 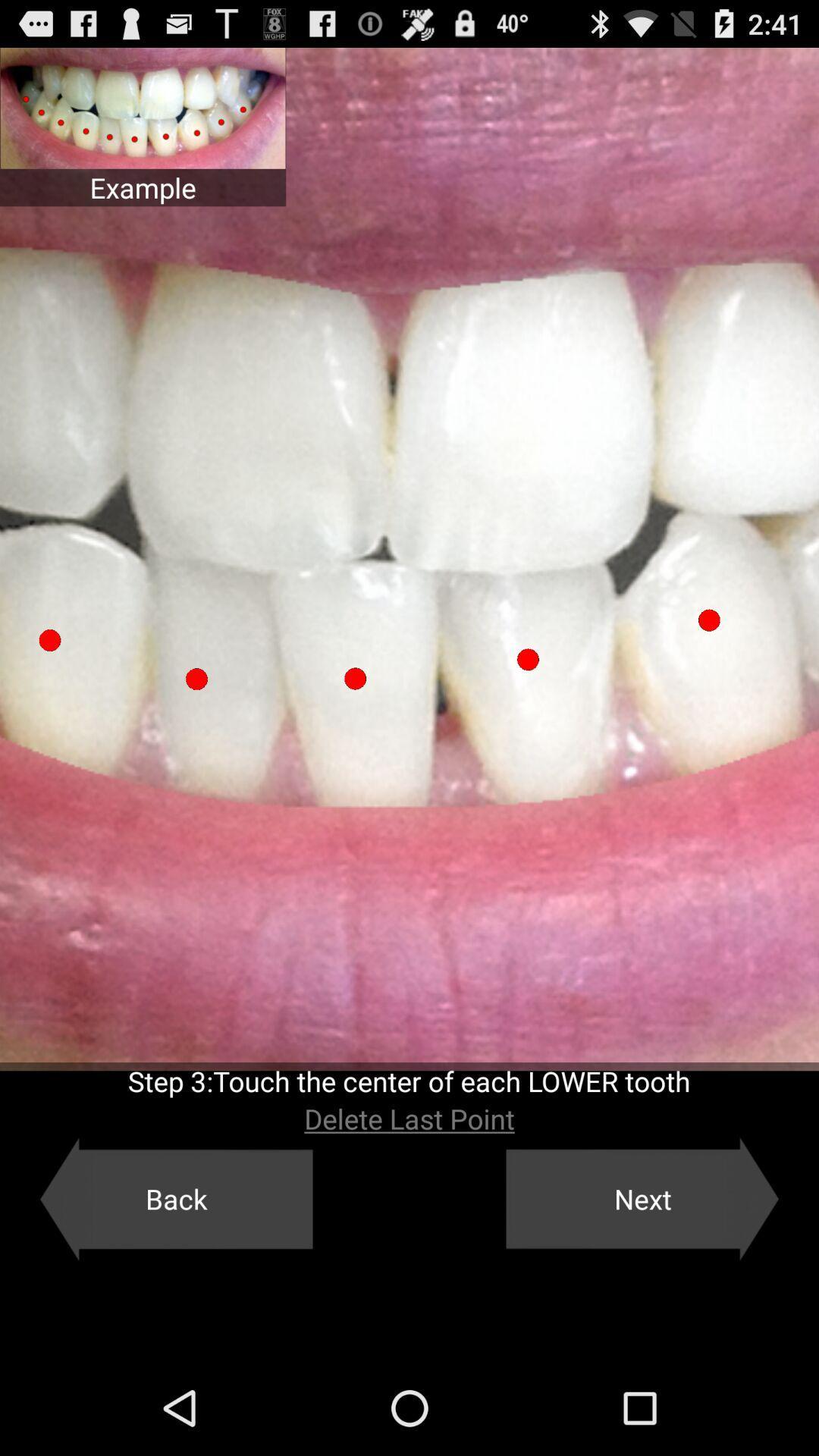 I want to click on the back icon, so click(x=175, y=1198).